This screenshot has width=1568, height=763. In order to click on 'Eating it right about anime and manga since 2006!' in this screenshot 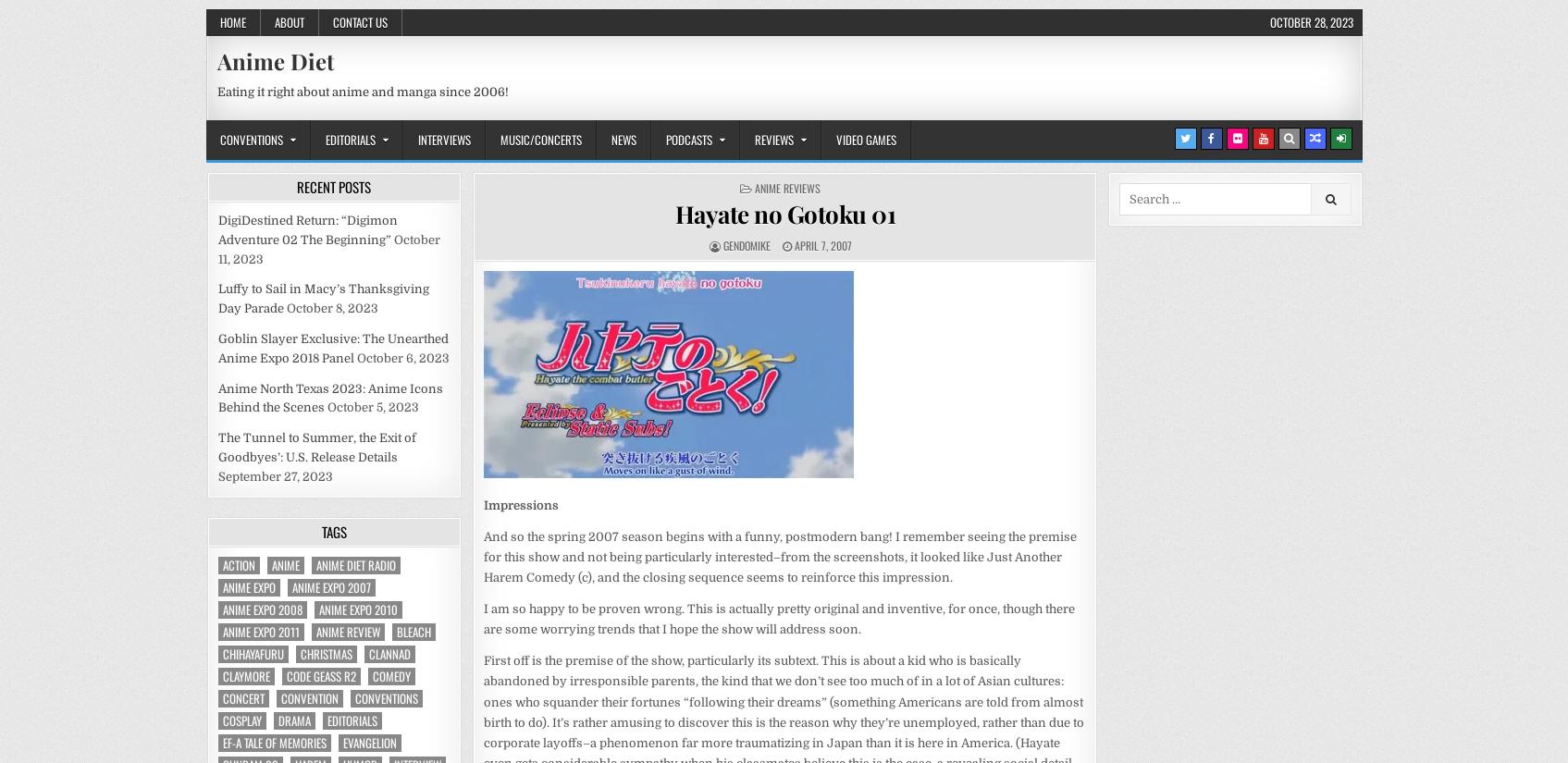, I will do `click(361, 92)`.